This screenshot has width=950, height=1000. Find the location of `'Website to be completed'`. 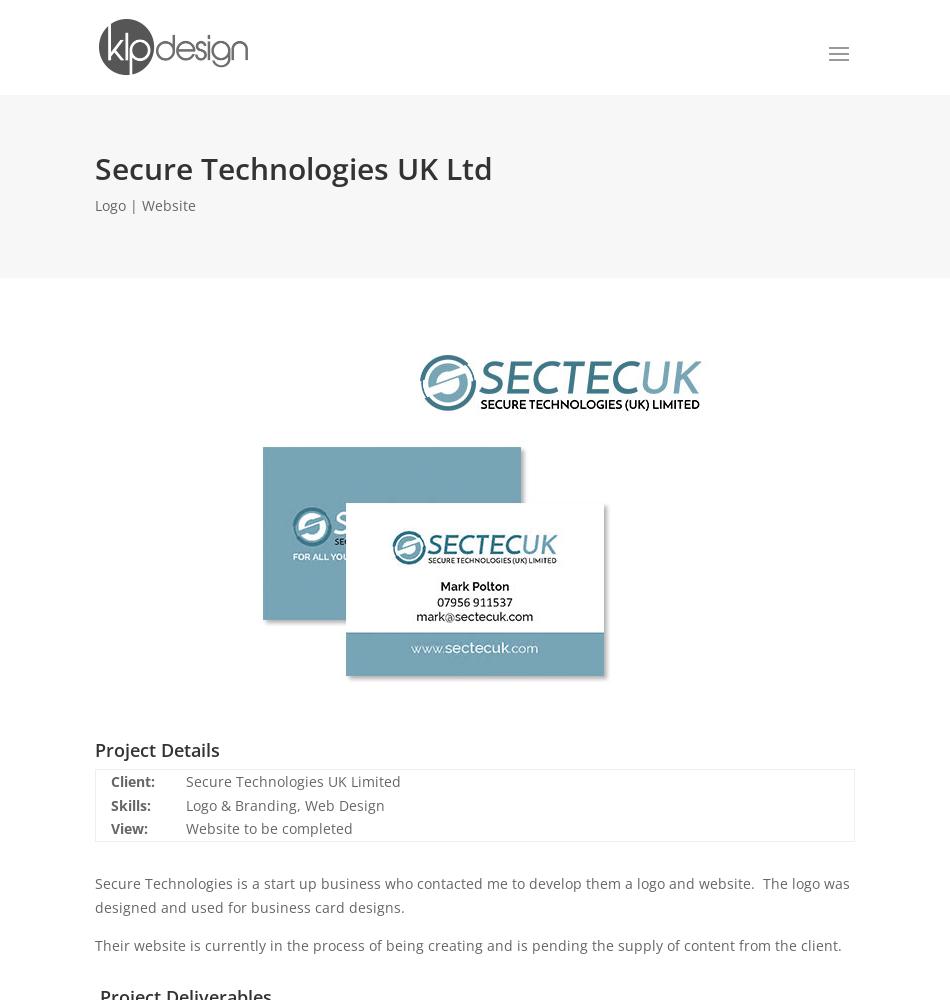

'Website to be completed' is located at coordinates (268, 827).